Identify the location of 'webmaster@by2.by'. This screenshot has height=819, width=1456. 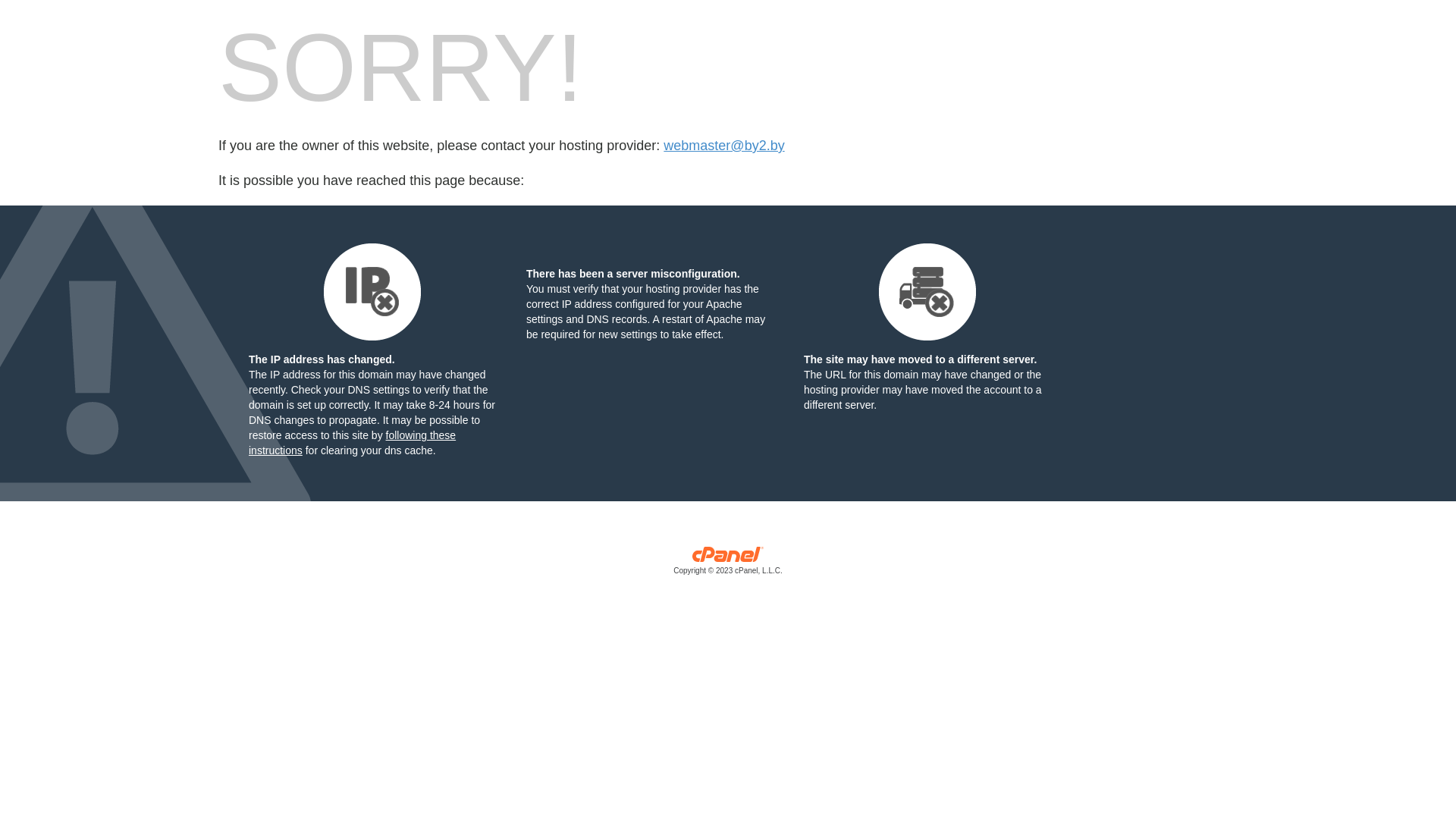
(723, 146).